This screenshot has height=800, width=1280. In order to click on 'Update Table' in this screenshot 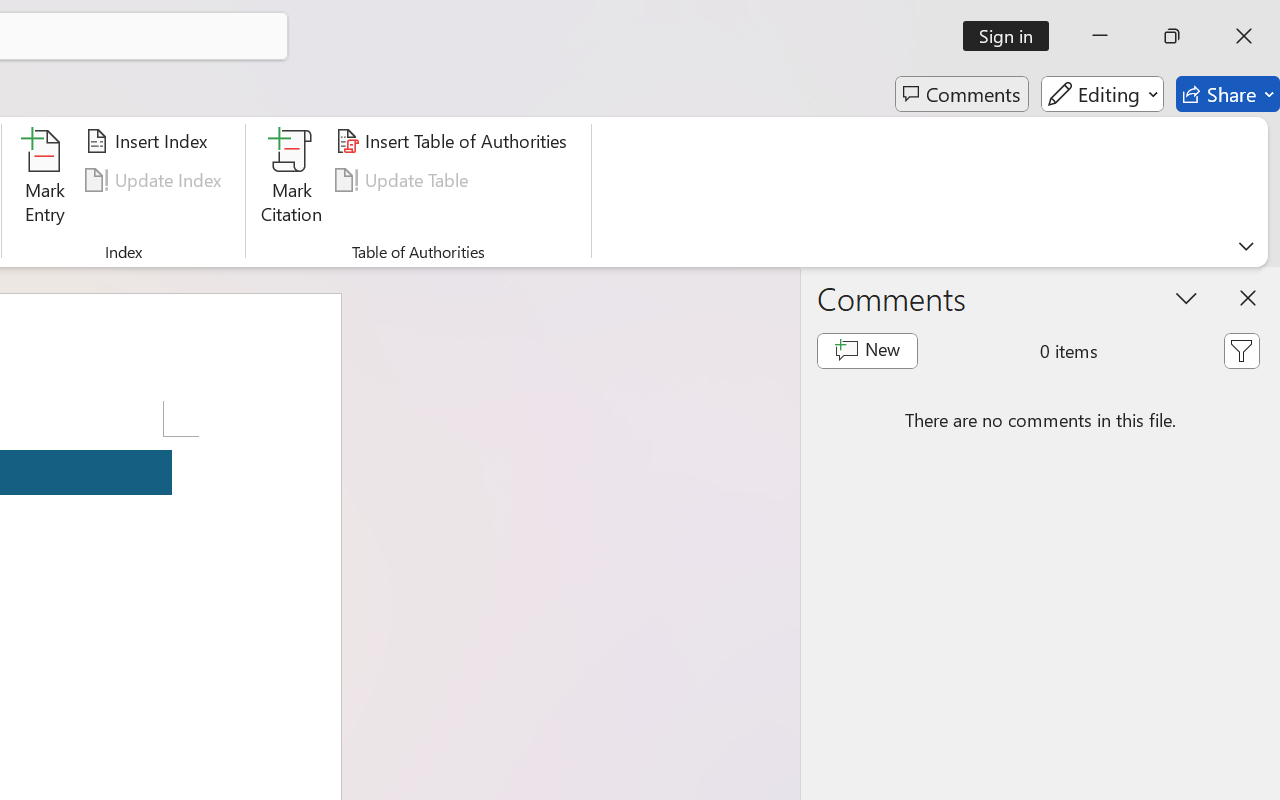, I will do `click(404, 179)`.